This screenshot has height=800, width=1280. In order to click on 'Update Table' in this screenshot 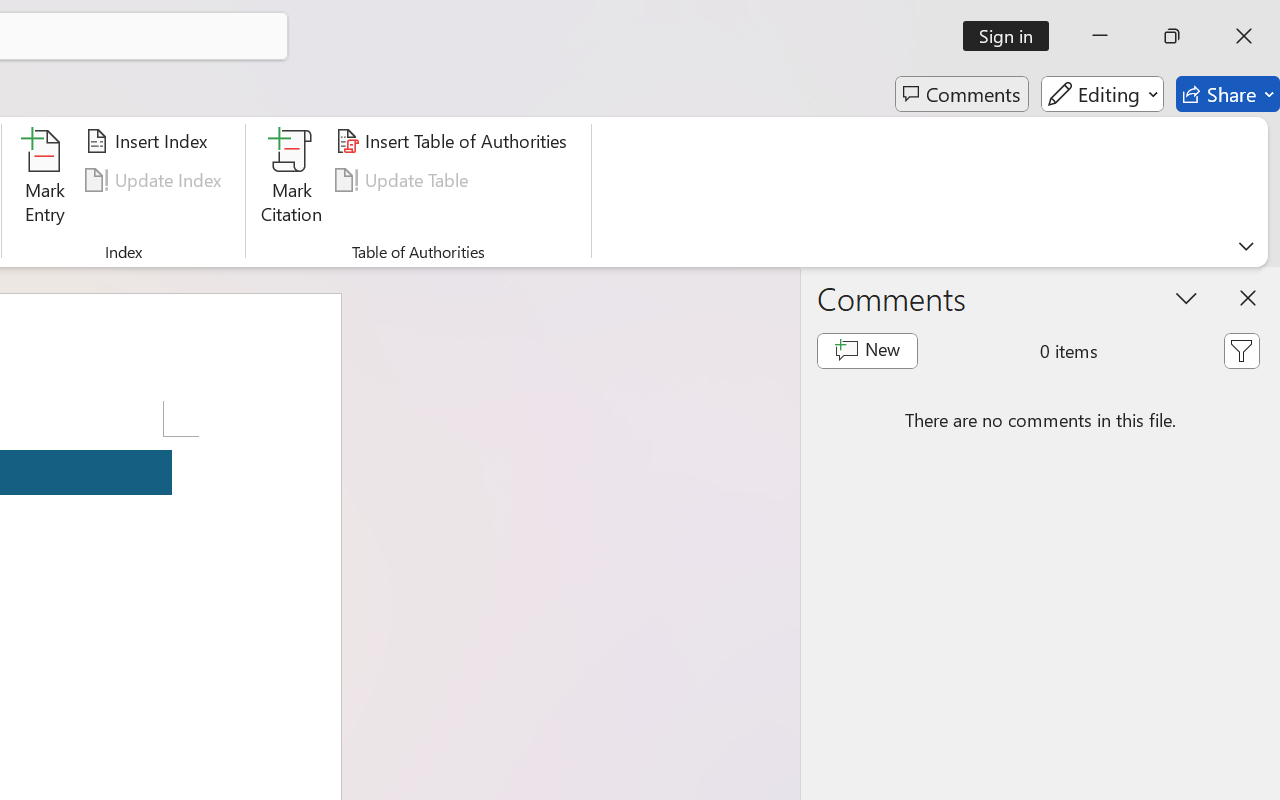, I will do `click(404, 179)`.